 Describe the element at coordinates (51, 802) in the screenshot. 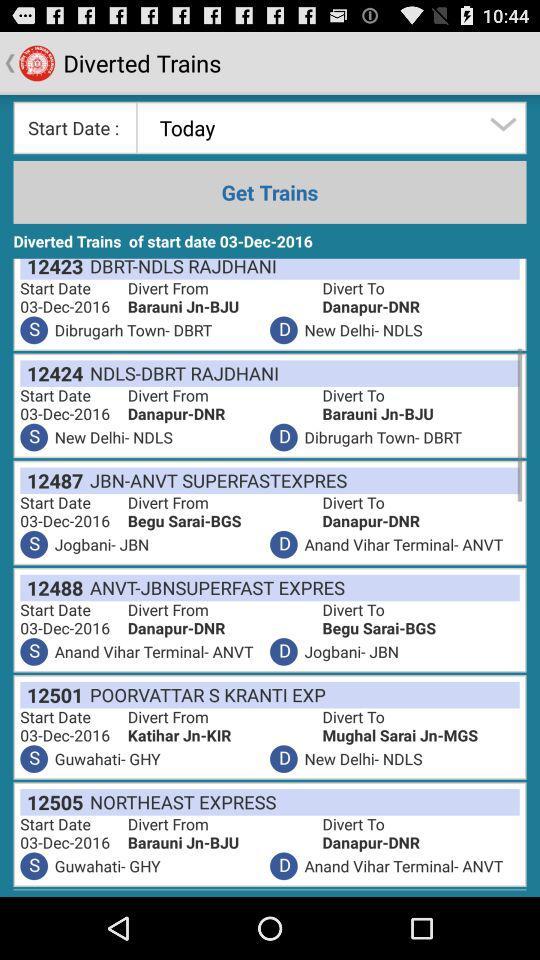

I see `12505` at that location.